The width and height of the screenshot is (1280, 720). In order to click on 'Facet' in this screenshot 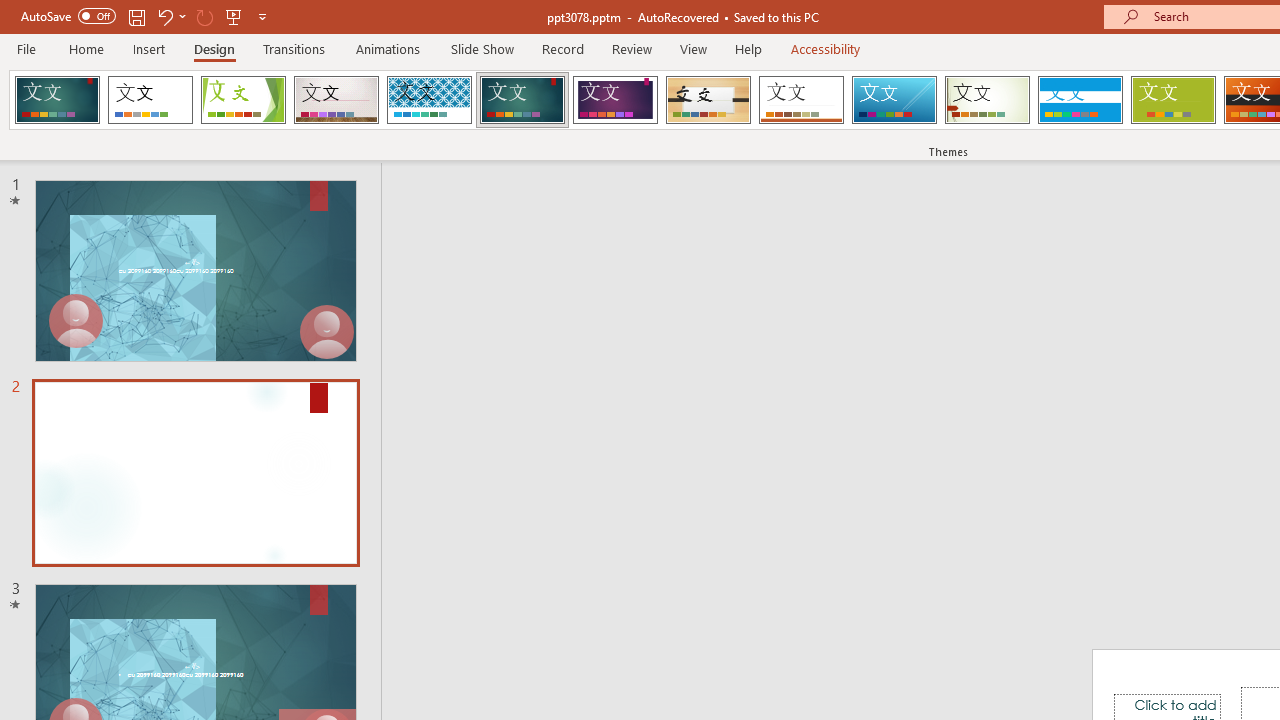, I will do `click(242, 100)`.